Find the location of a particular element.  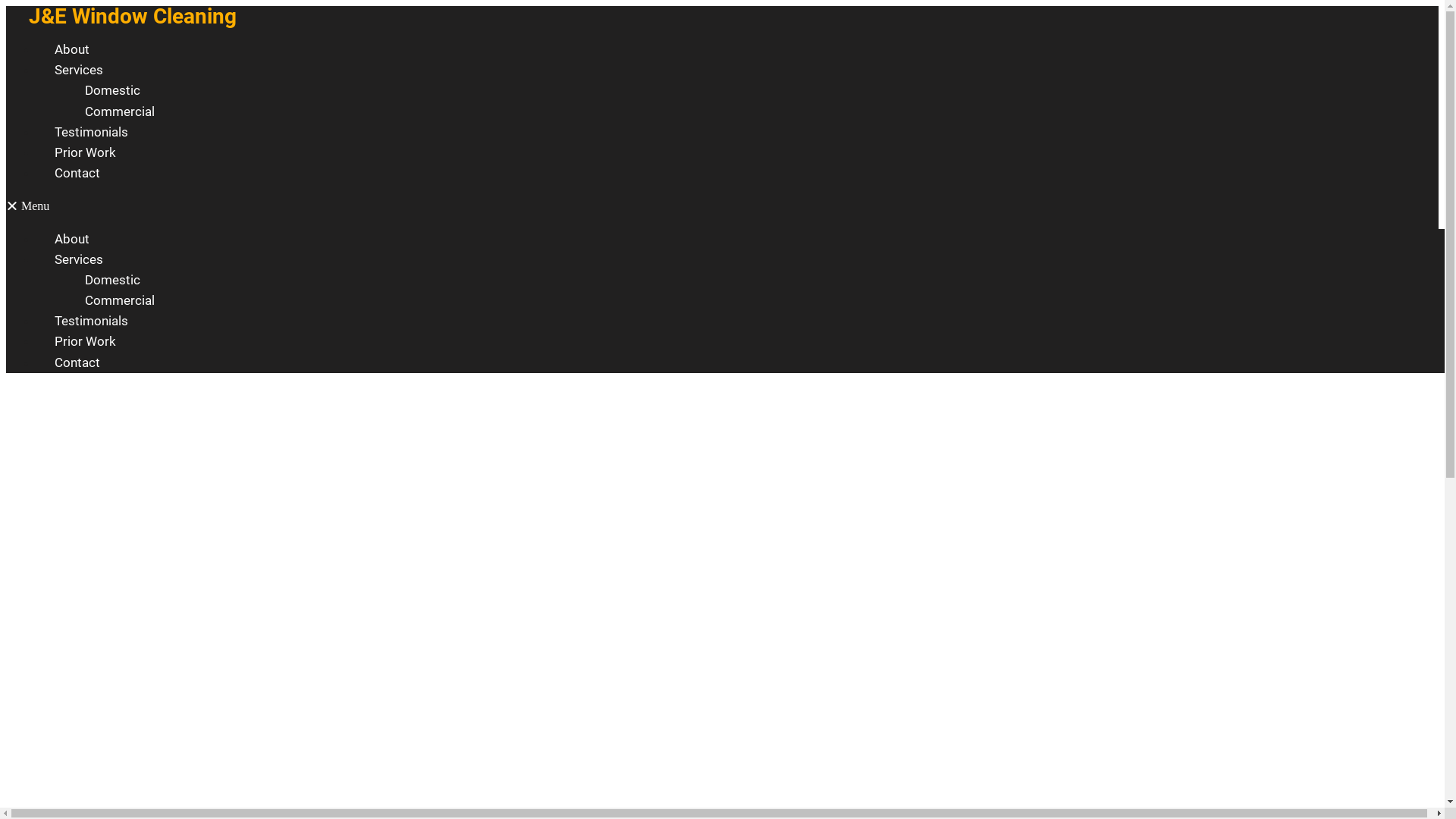

'Testimonials' is located at coordinates (36, 320).